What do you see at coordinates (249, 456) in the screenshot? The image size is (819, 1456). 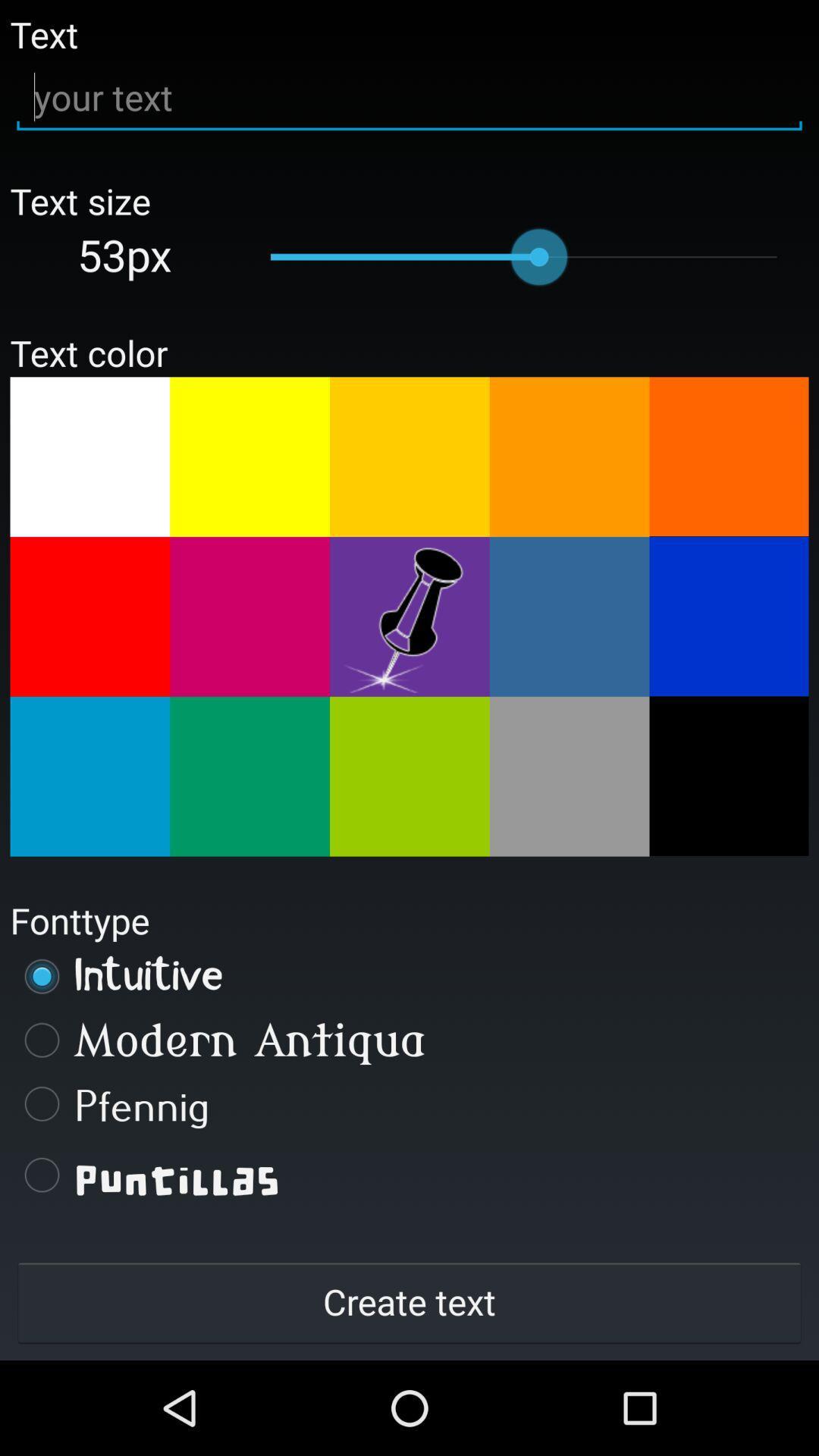 I see `pick color` at bounding box center [249, 456].